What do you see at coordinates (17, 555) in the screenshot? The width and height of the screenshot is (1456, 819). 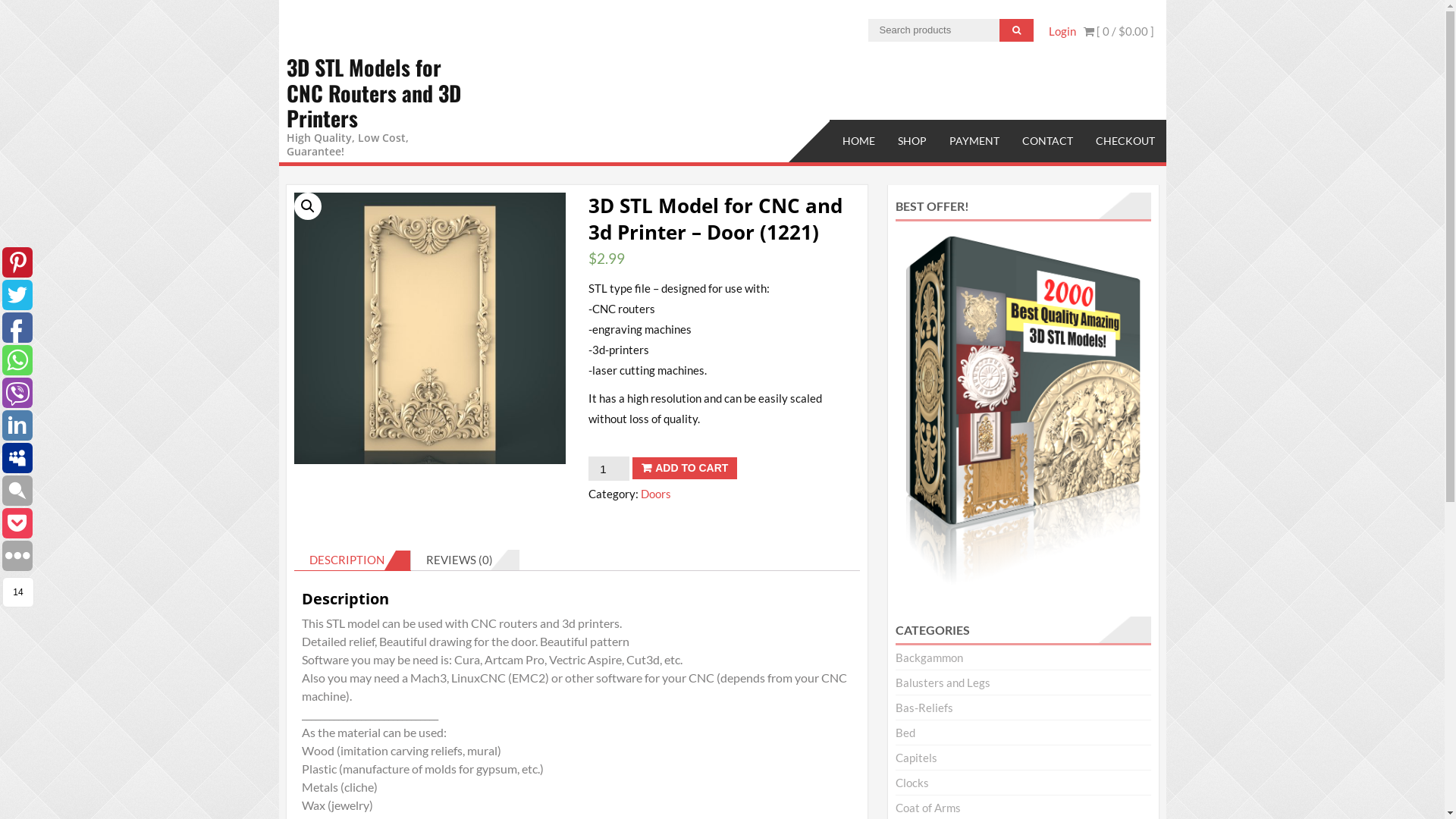 I see `'Even more social networks!'` at bounding box center [17, 555].